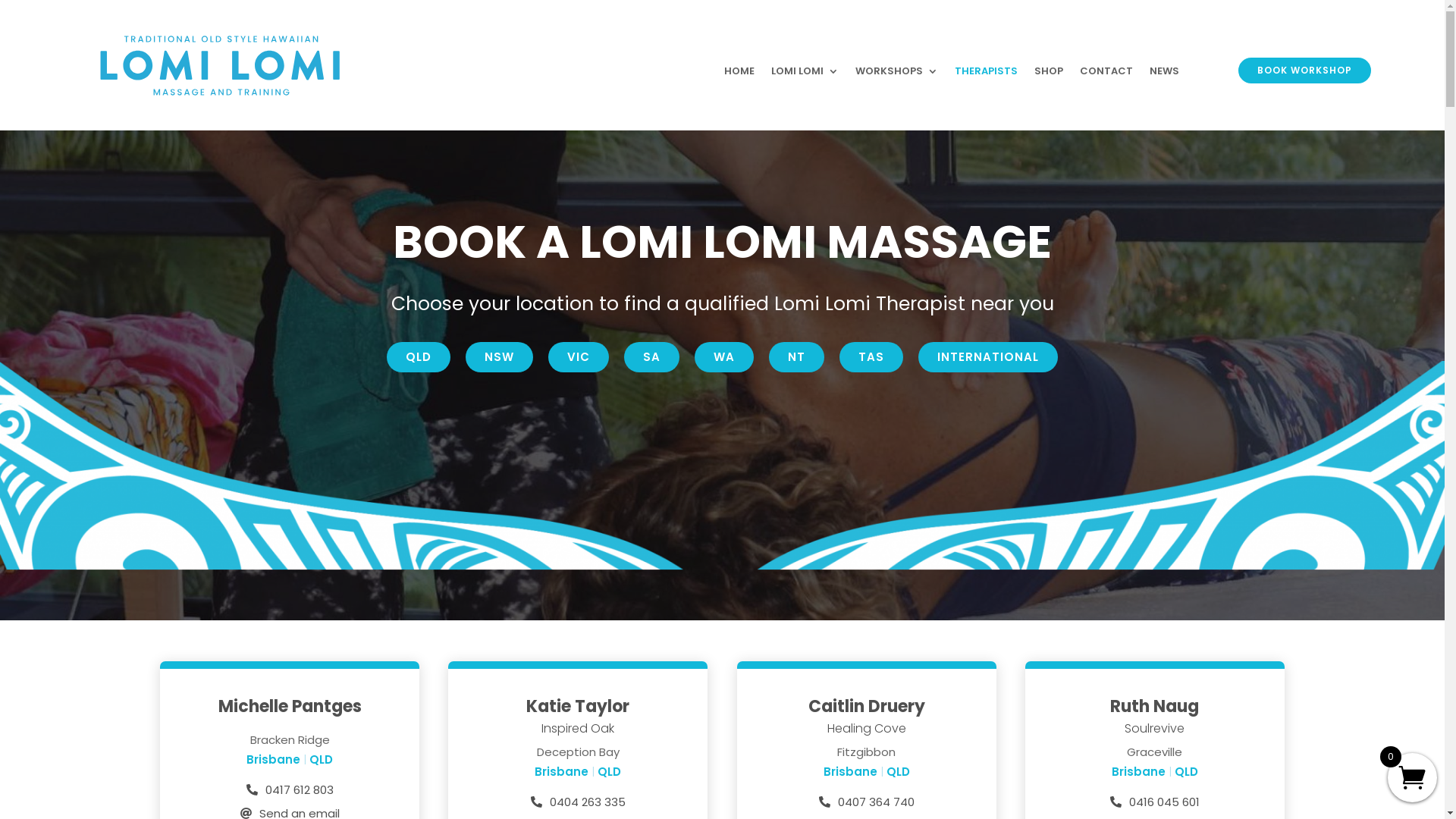 This screenshot has width=1456, height=819. Describe the element at coordinates (651, 356) in the screenshot. I see `'SA'` at that location.